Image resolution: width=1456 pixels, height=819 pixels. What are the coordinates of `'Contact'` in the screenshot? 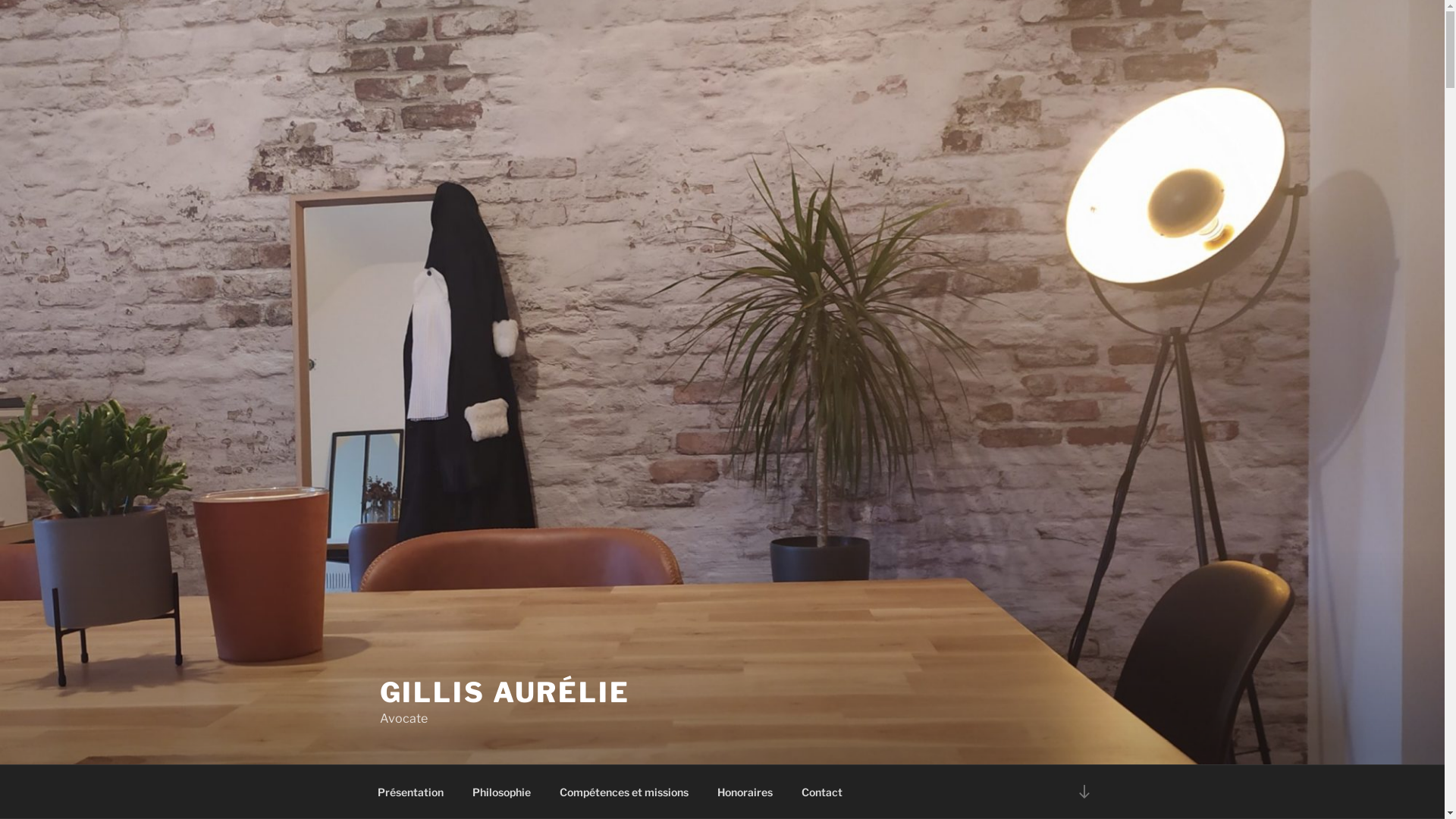 It's located at (789, 791).